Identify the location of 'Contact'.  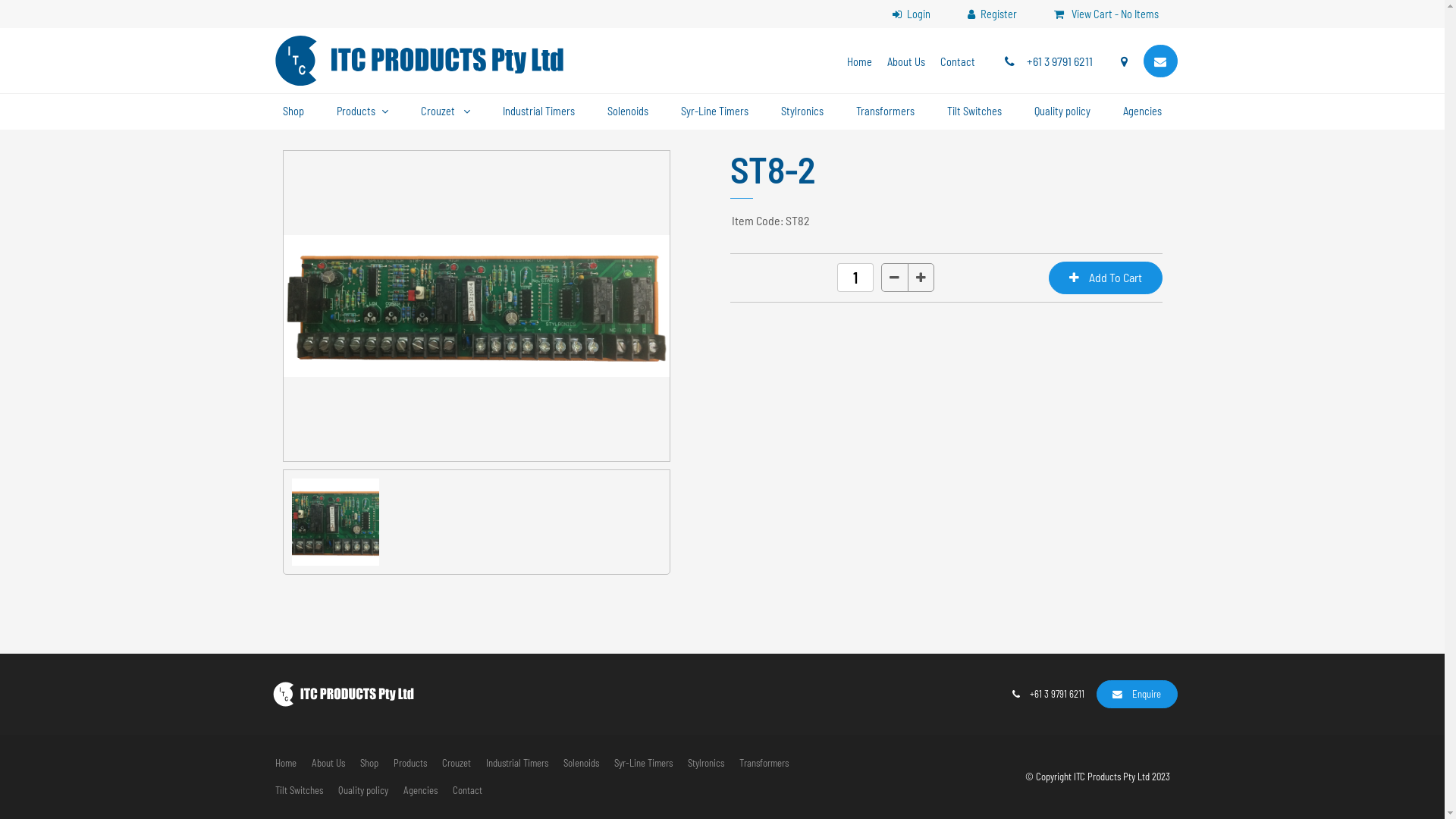
(956, 61).